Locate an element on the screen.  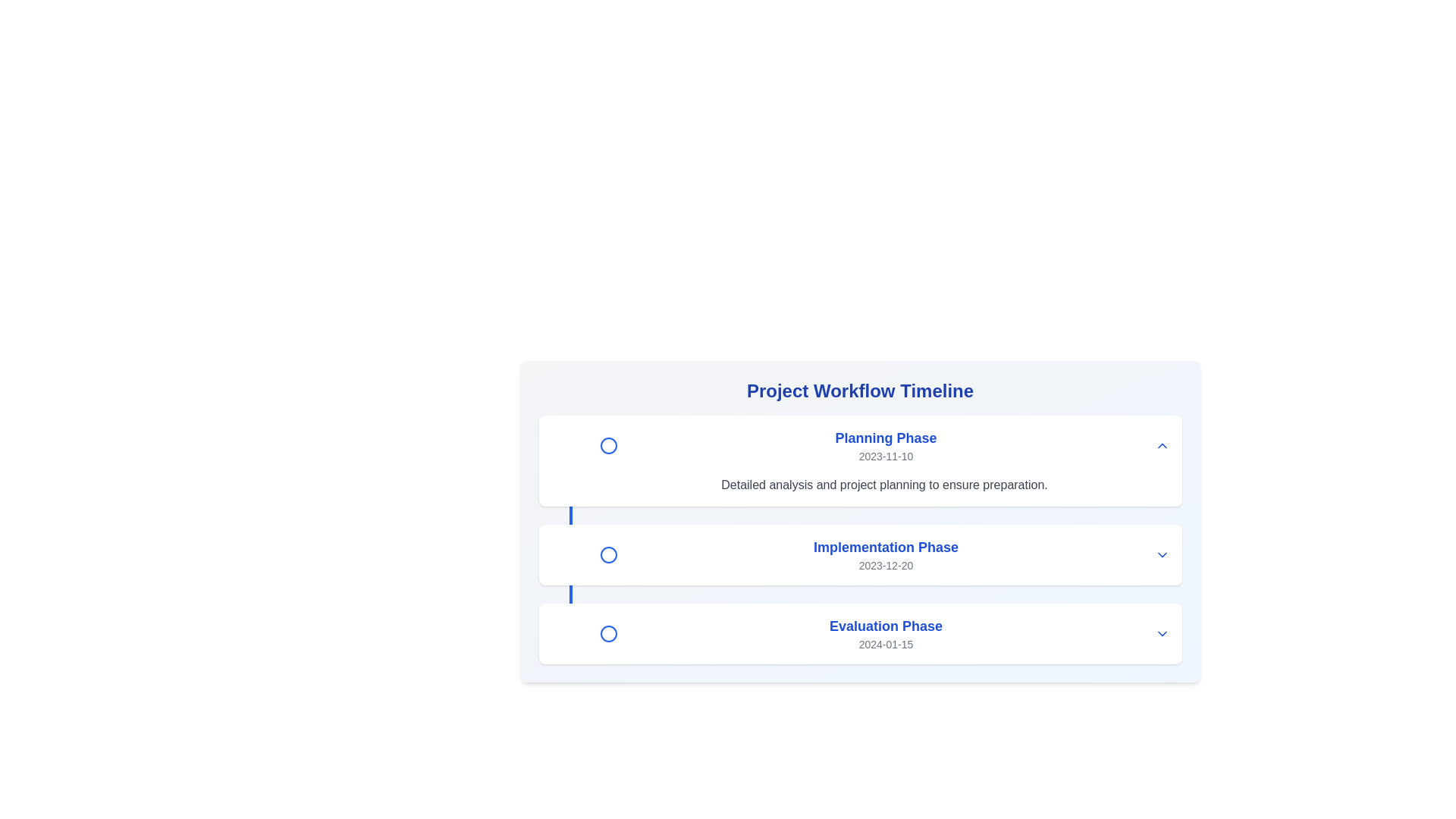
the circular graphical icon filled with blue color along the border and a white center, located next to the 'Implementation Phase' label in the timeline structure is located at coordinates (608, 555).